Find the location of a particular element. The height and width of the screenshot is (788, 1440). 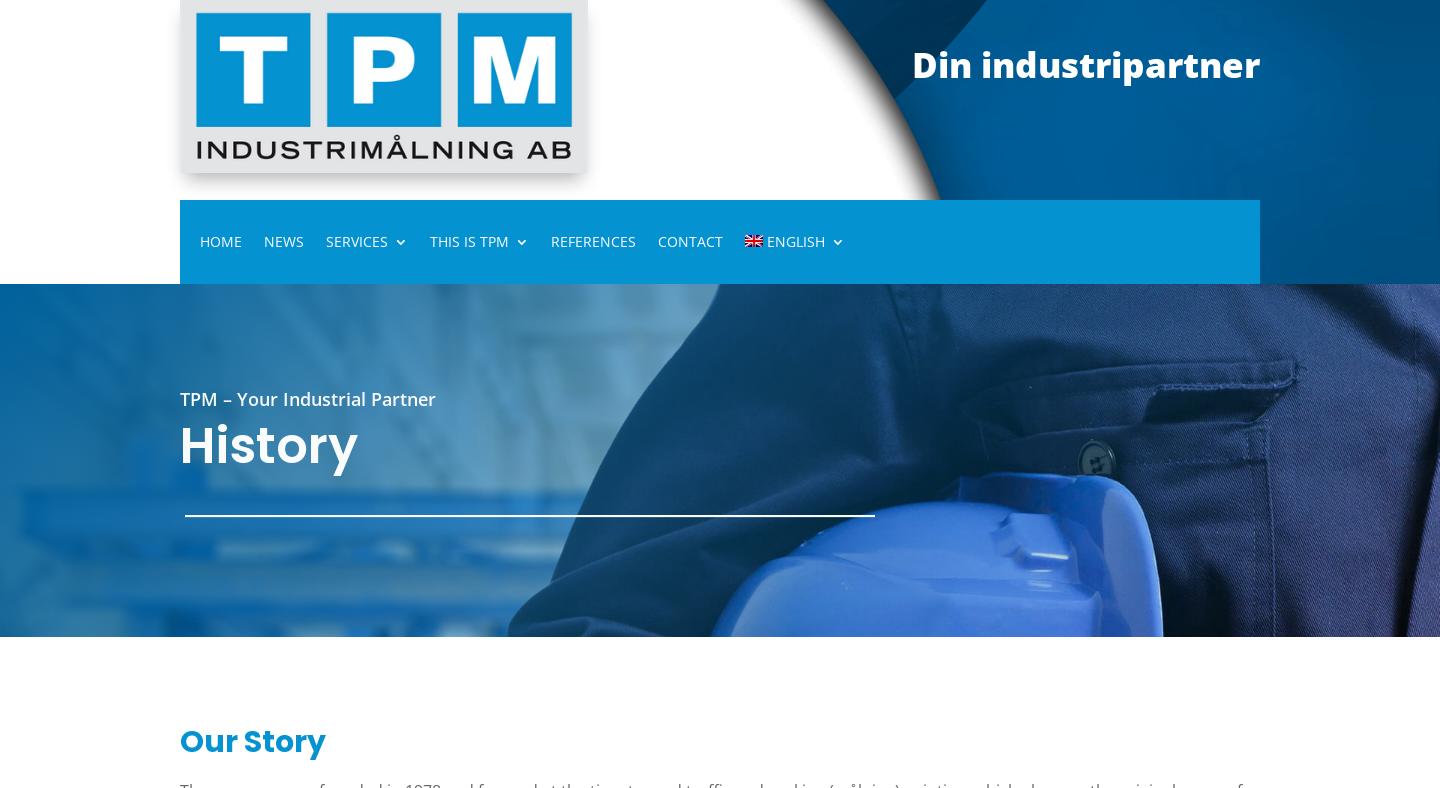

'Line Painting' is located at coordinates (403, 417).